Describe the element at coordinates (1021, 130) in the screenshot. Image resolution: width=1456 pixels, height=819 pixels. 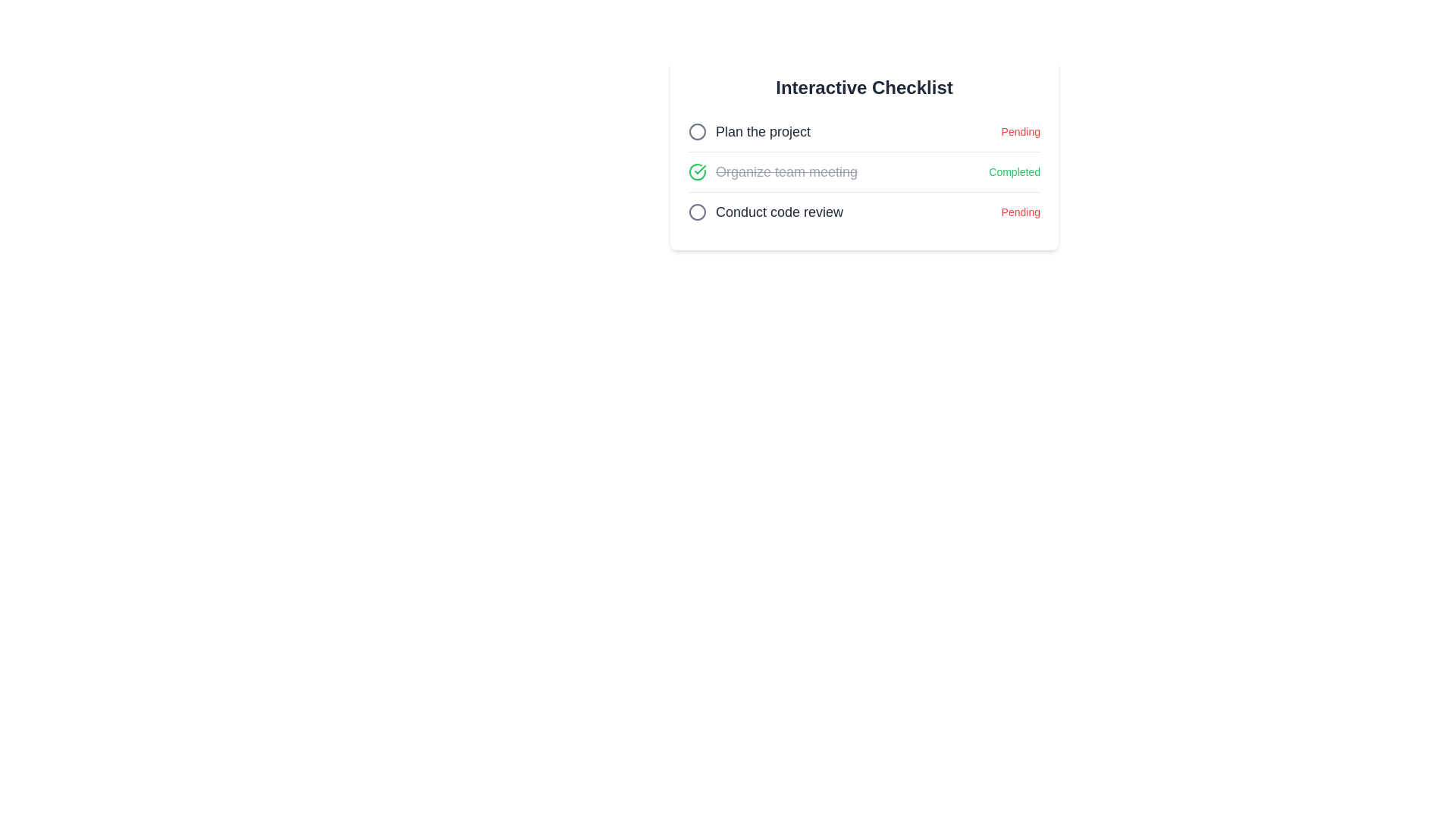
I see `the status Text Label indicating that the task 'Plan the project' is currently not completed, which is located to the far right of the row labeled 'Plan the project'` at that location.